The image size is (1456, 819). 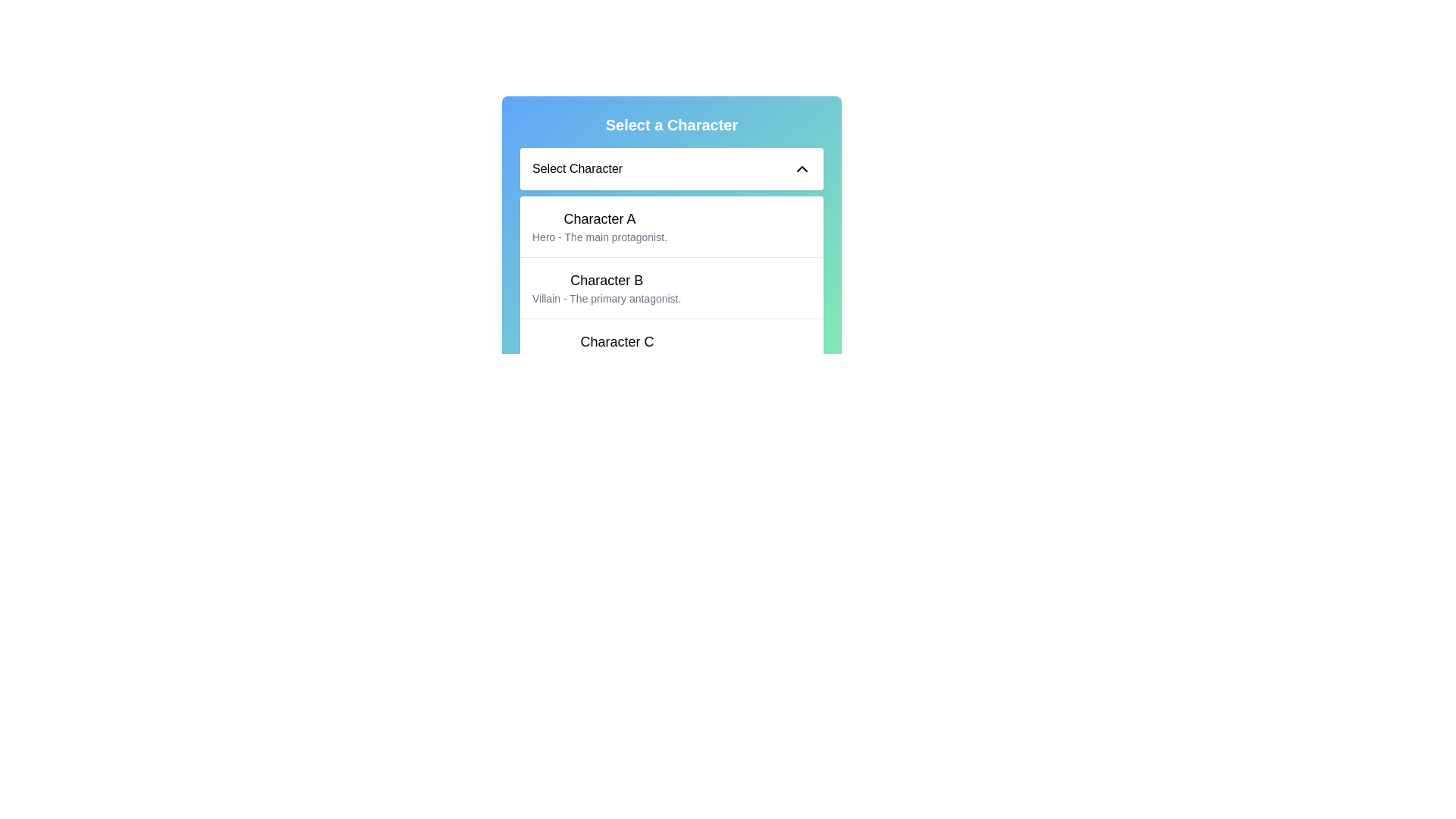 What do you see at coordinates (671, 287) in the screenshot?
I see `the second list item containing 'Character B' and its description 'Villain - The primary antagonist.'` at bounding box center [671, 287].